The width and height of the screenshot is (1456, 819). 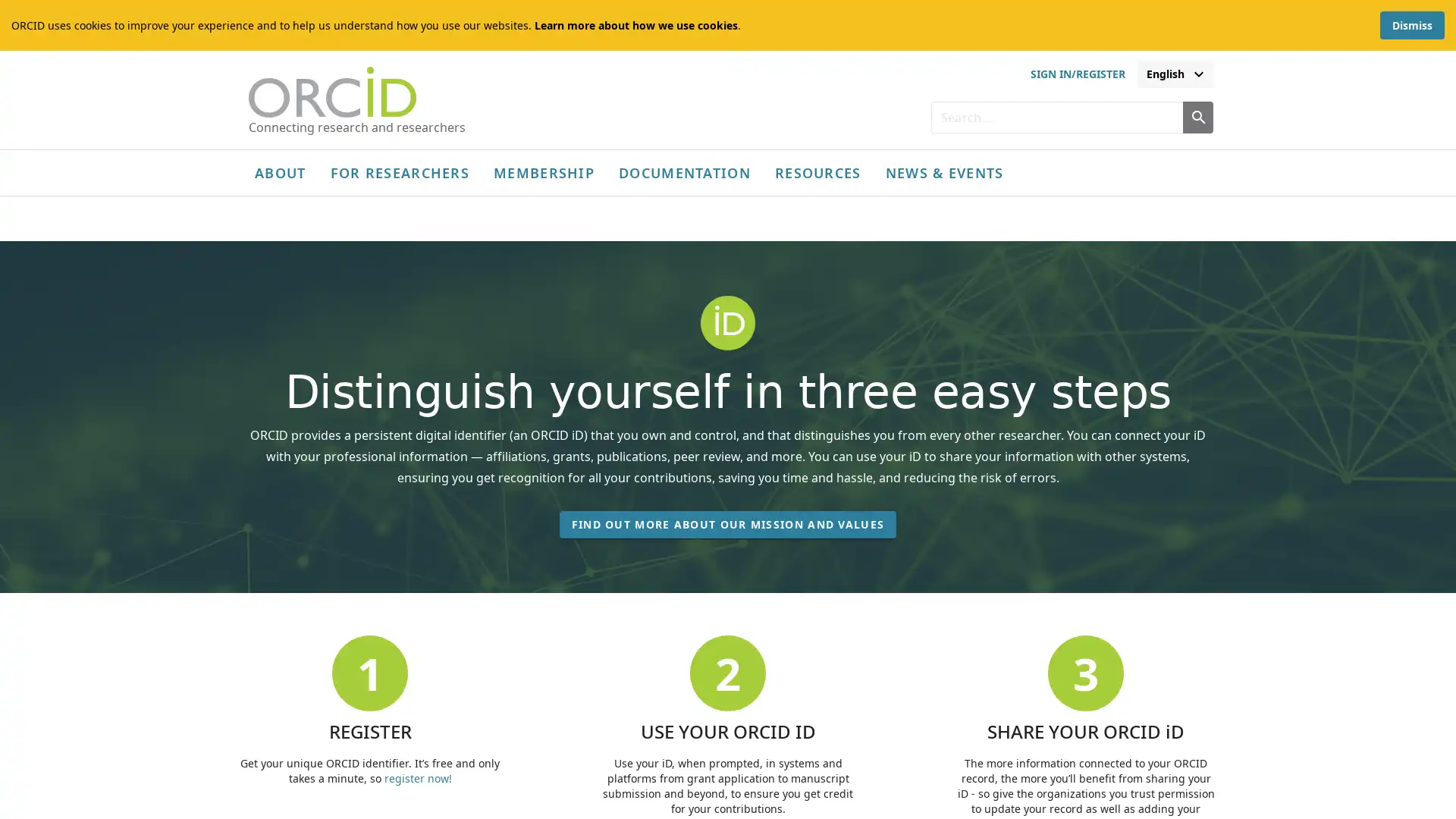 What do you see at coordinates (1197, 116) in the screenshot?
I see `Search` at bounding box center [1197, 116].